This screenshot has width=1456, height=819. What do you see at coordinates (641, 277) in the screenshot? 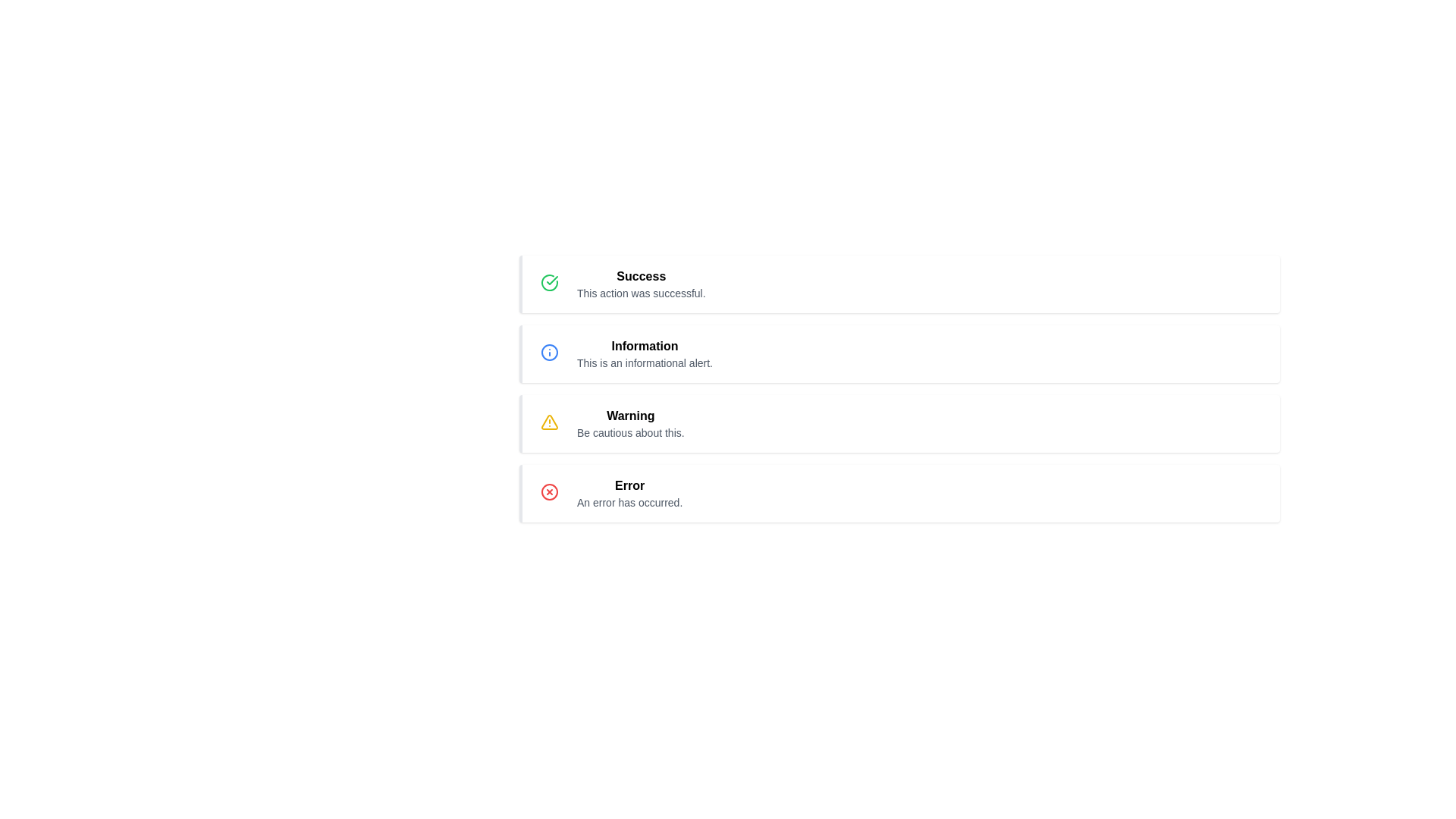
I see `the bolded text label displaying the word 'Success' at the top of the notification card` at bounding box center [641, 277].